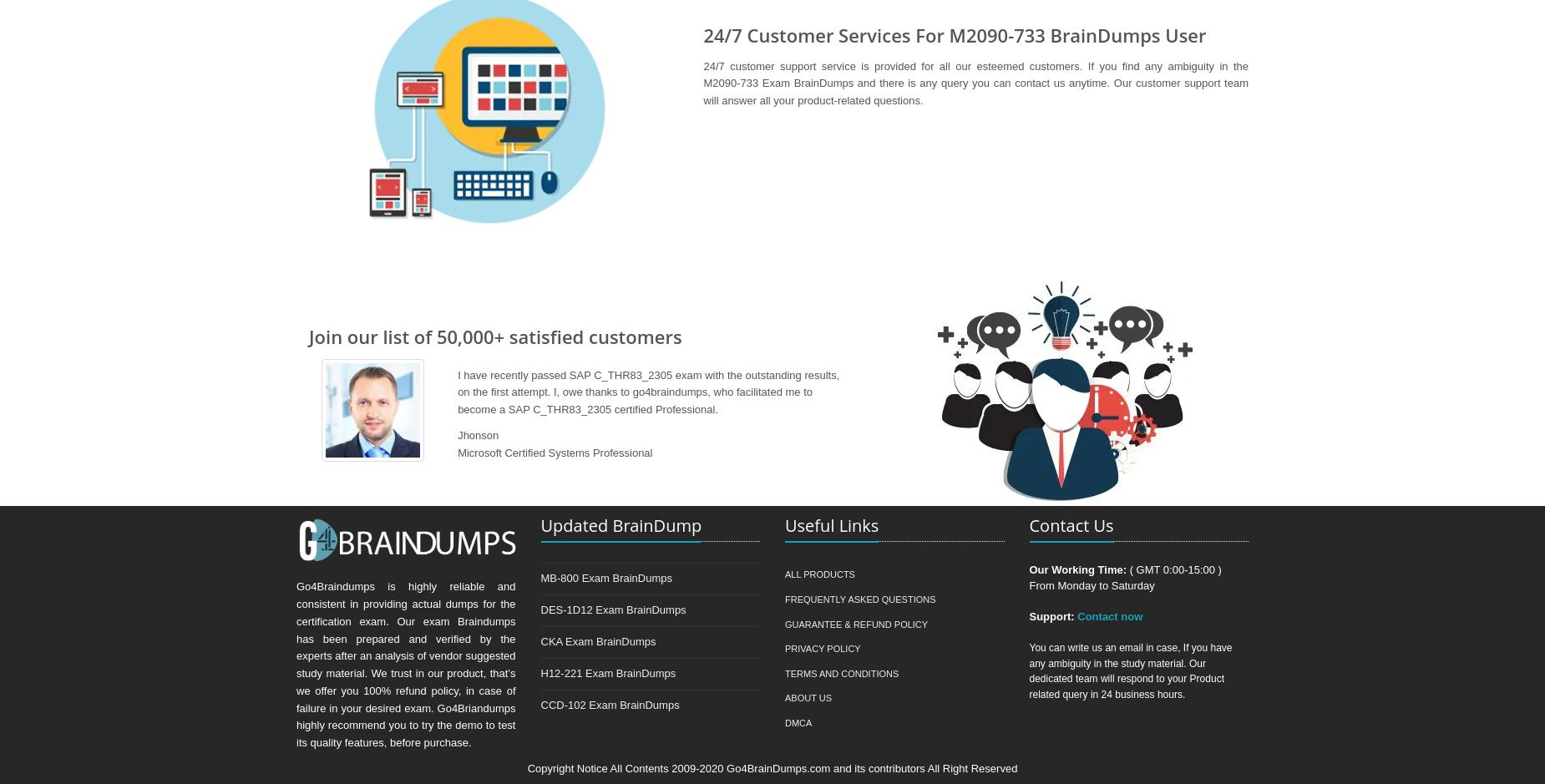 This screenshot has width=1545, height=784. I want to click on 'I have recently passed SAP C_THR83_2305 exam with the outstanding results, on the first attempt. I, owe thanks to go4braindumps, who facilitated me to become a SAP C_THR83_2305 certified Professional.', so click(648, 392).